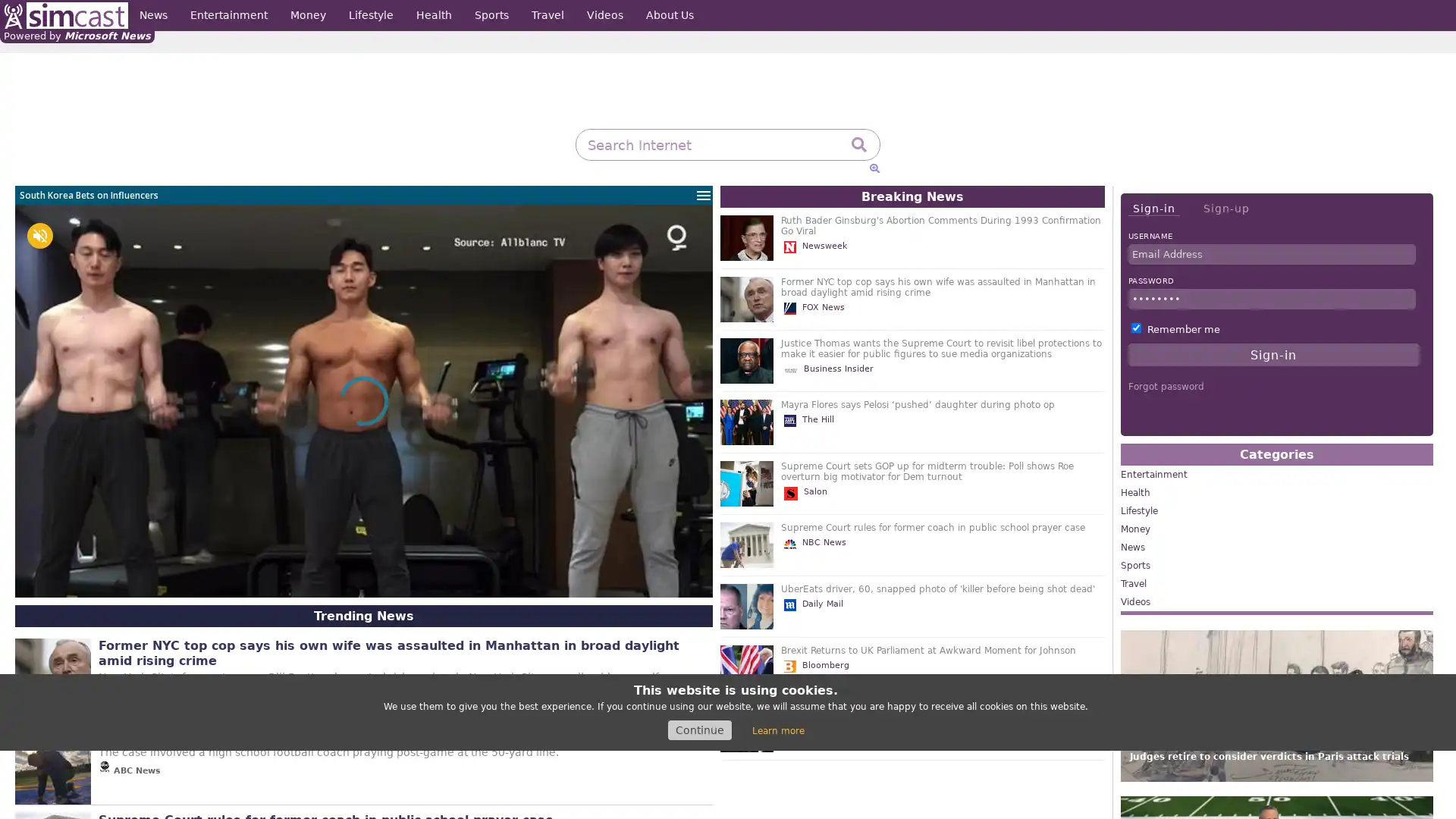  What do you see at coordinates (39, 236) in the screenshot?
I see `volume_offvolume_up` at bounding box center [39, 236].